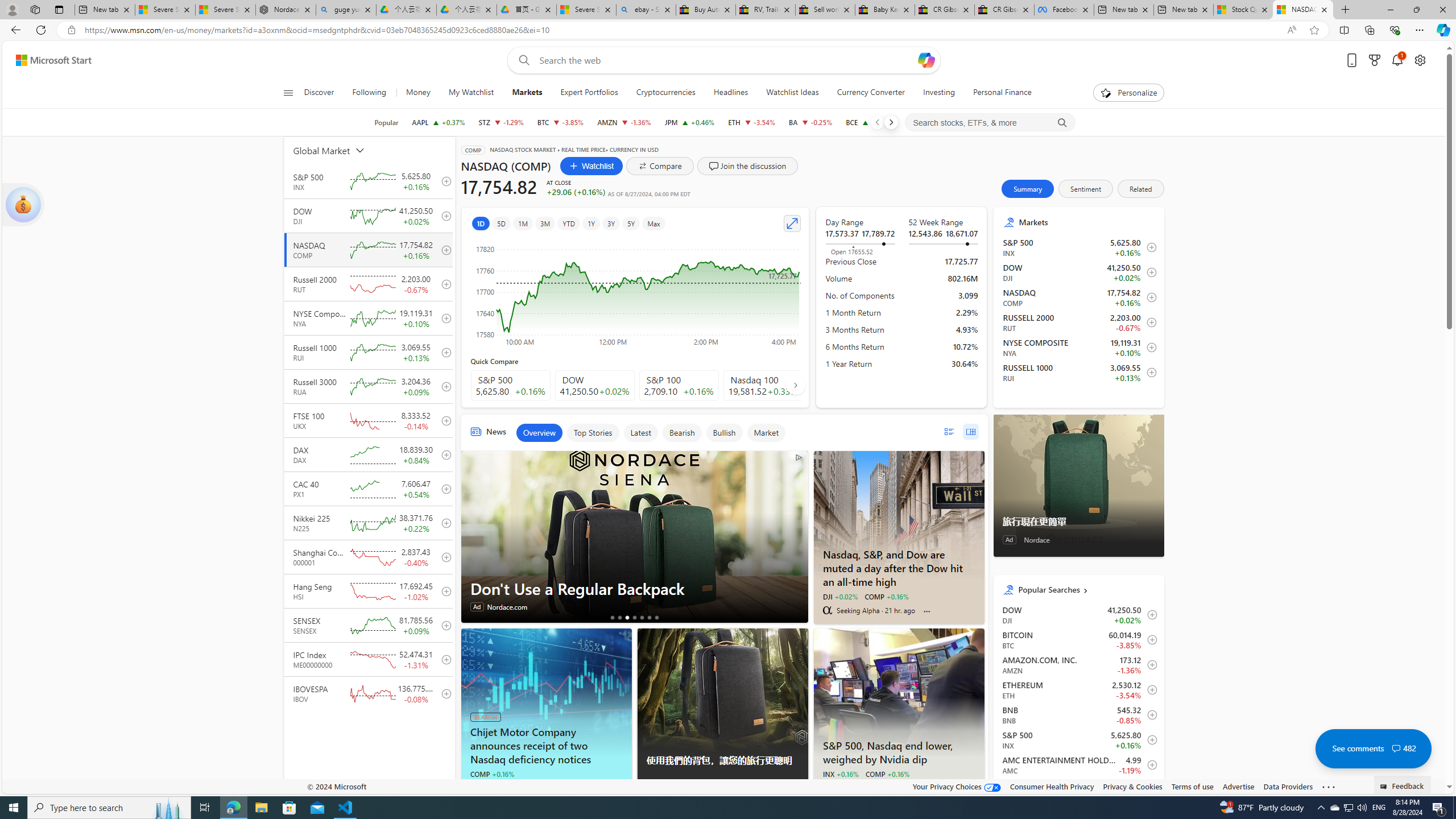 The image size is (1456, 819). What do you see at coordinates (635, 292) in the screenshot?
I see `'Class: recharts-surface'` at bounding box center [635, 292].